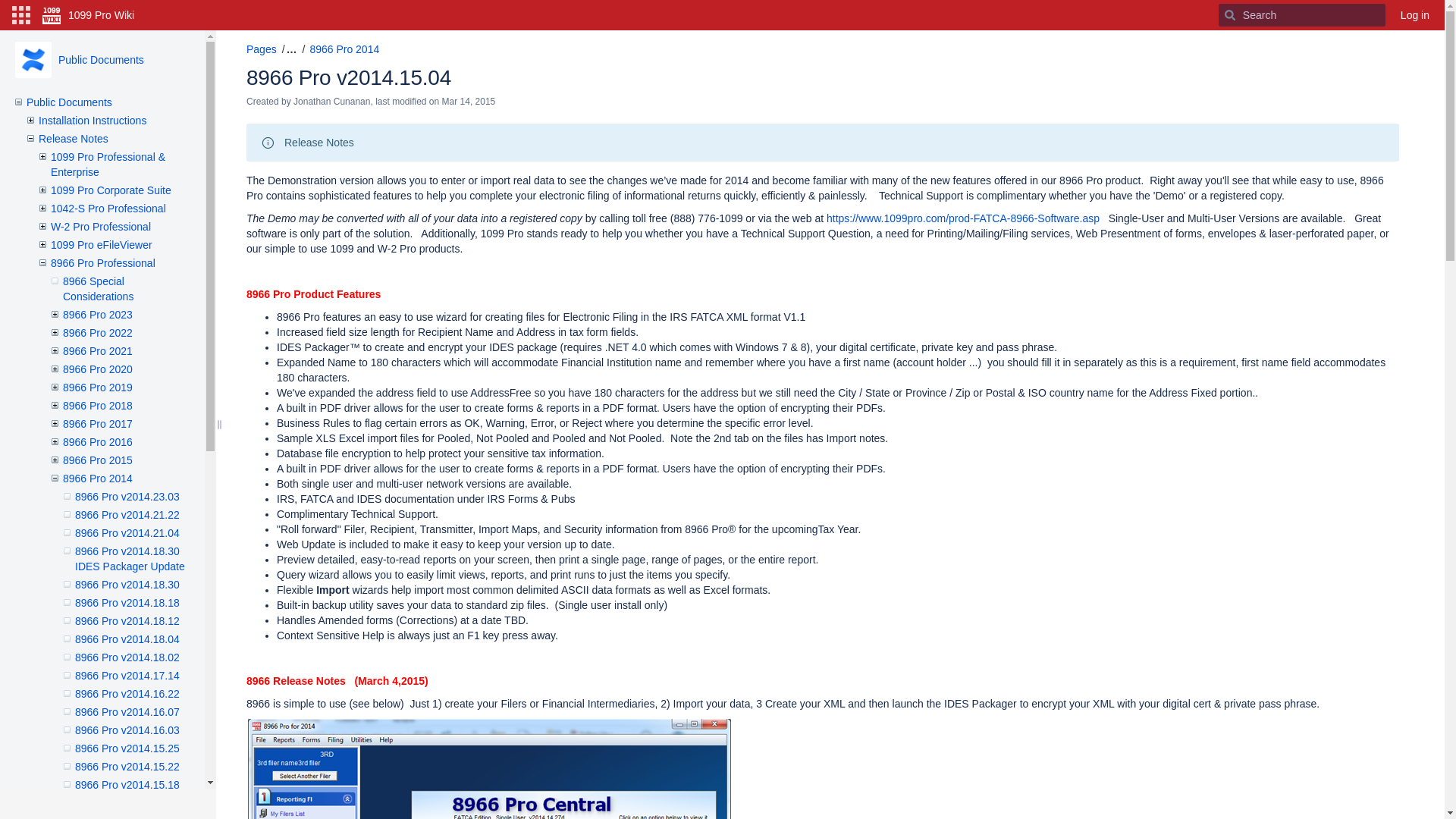 The width and height of the screenshot is (1456, 819). What do you see at coordinates (7, 14) in the screenshot?
I see `'Linked Applications'` at bounding box center [7, 14].